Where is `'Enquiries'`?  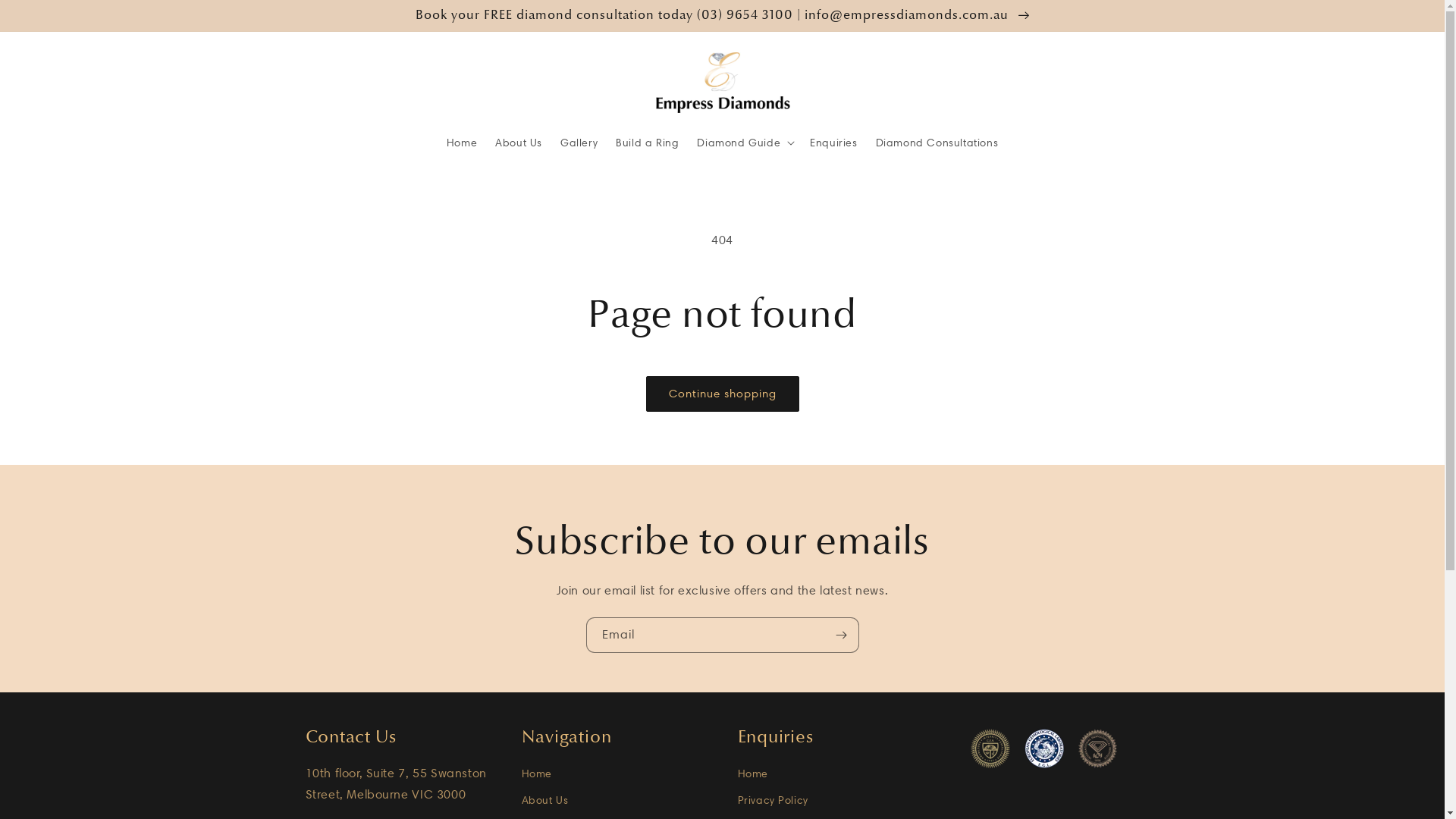 'Enquiries' is located at coordinates (833, 143).